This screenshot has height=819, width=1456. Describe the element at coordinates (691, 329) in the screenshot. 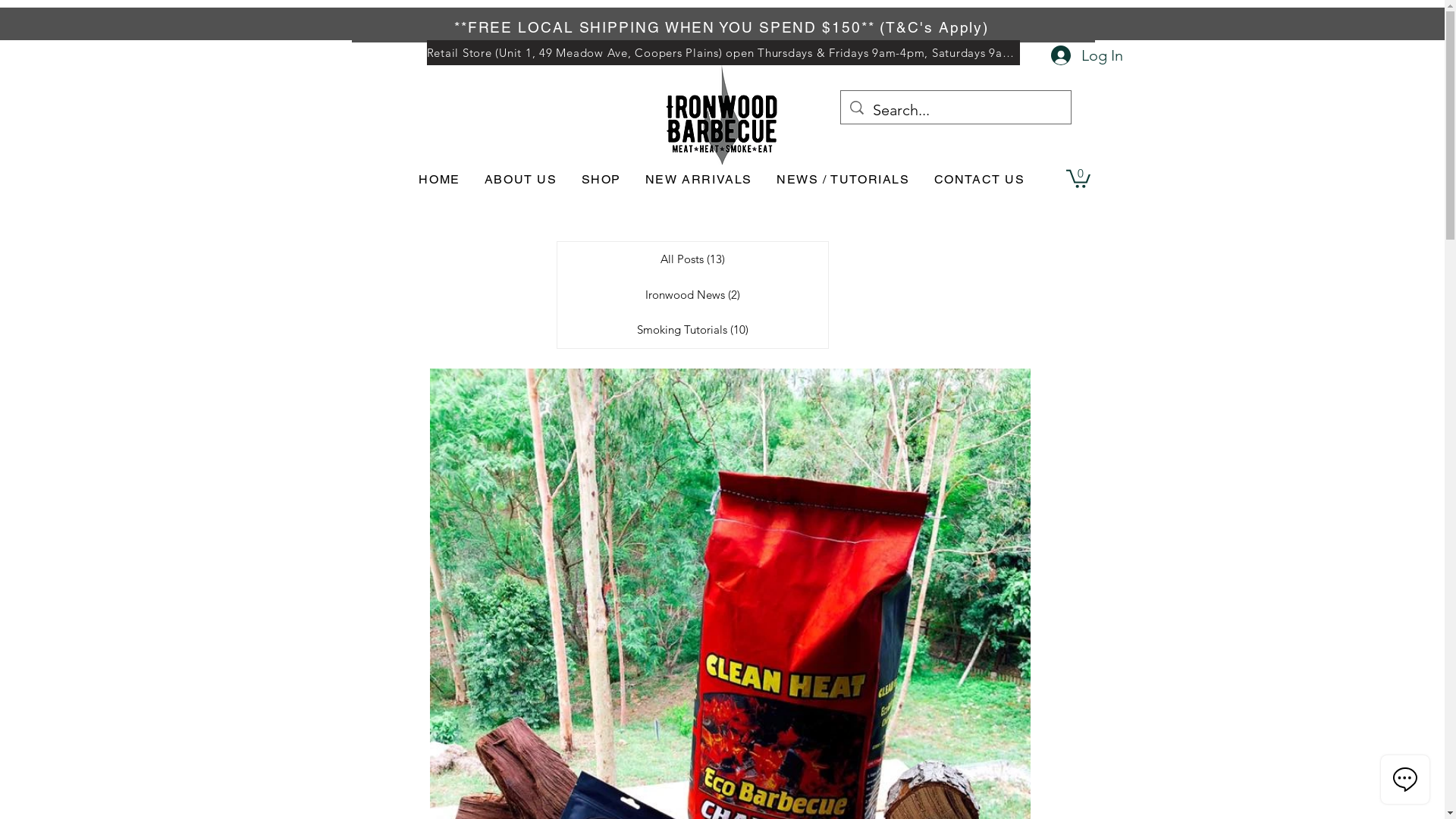

I see `'Smoking Tutorials (10)'` at that location.